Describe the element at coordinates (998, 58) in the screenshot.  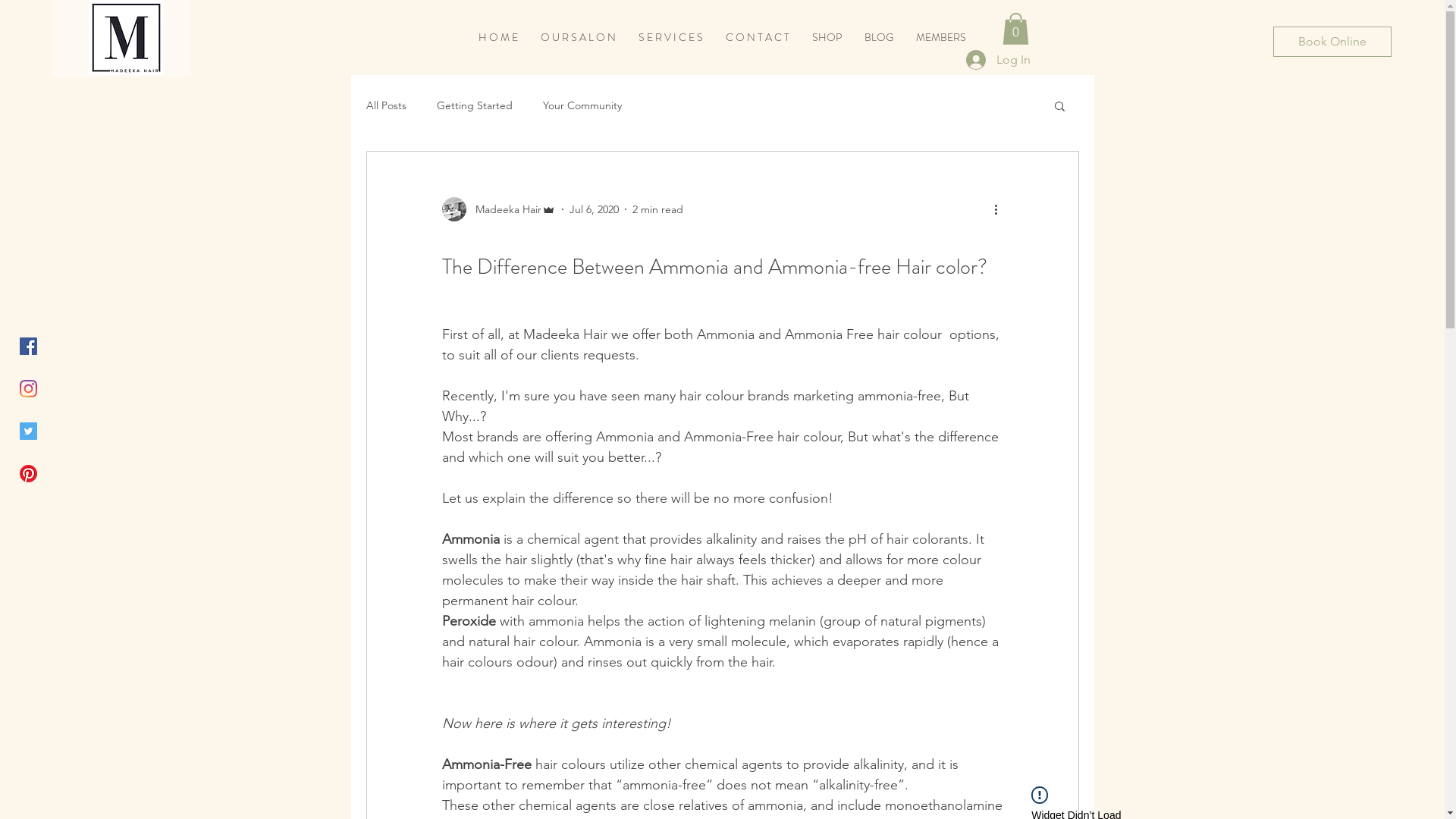
I see `'Log In'` at that location.